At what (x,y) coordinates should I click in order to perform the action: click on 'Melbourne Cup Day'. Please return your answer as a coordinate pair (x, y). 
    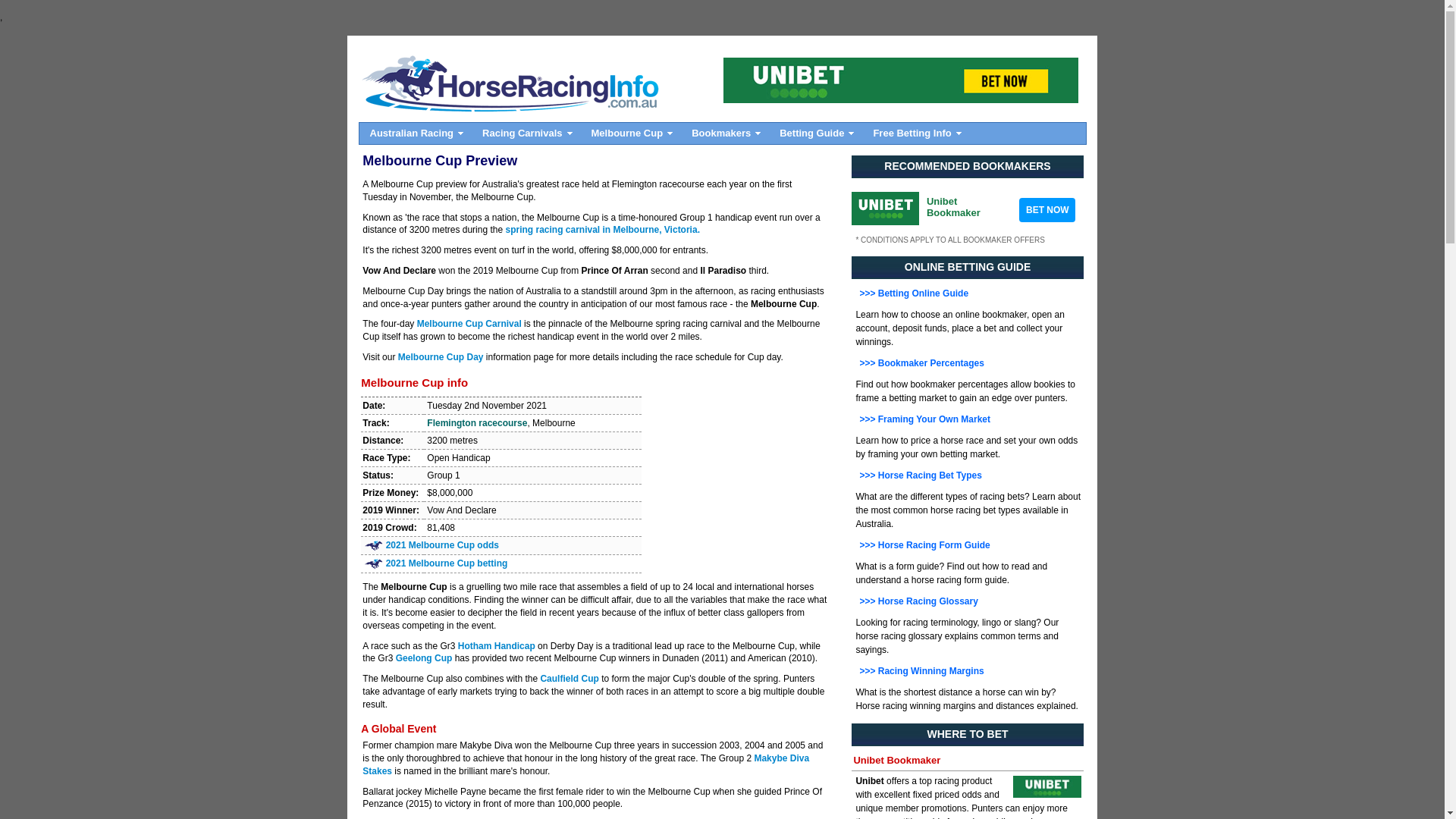
    Looking at the image, I should click on (440, 356).